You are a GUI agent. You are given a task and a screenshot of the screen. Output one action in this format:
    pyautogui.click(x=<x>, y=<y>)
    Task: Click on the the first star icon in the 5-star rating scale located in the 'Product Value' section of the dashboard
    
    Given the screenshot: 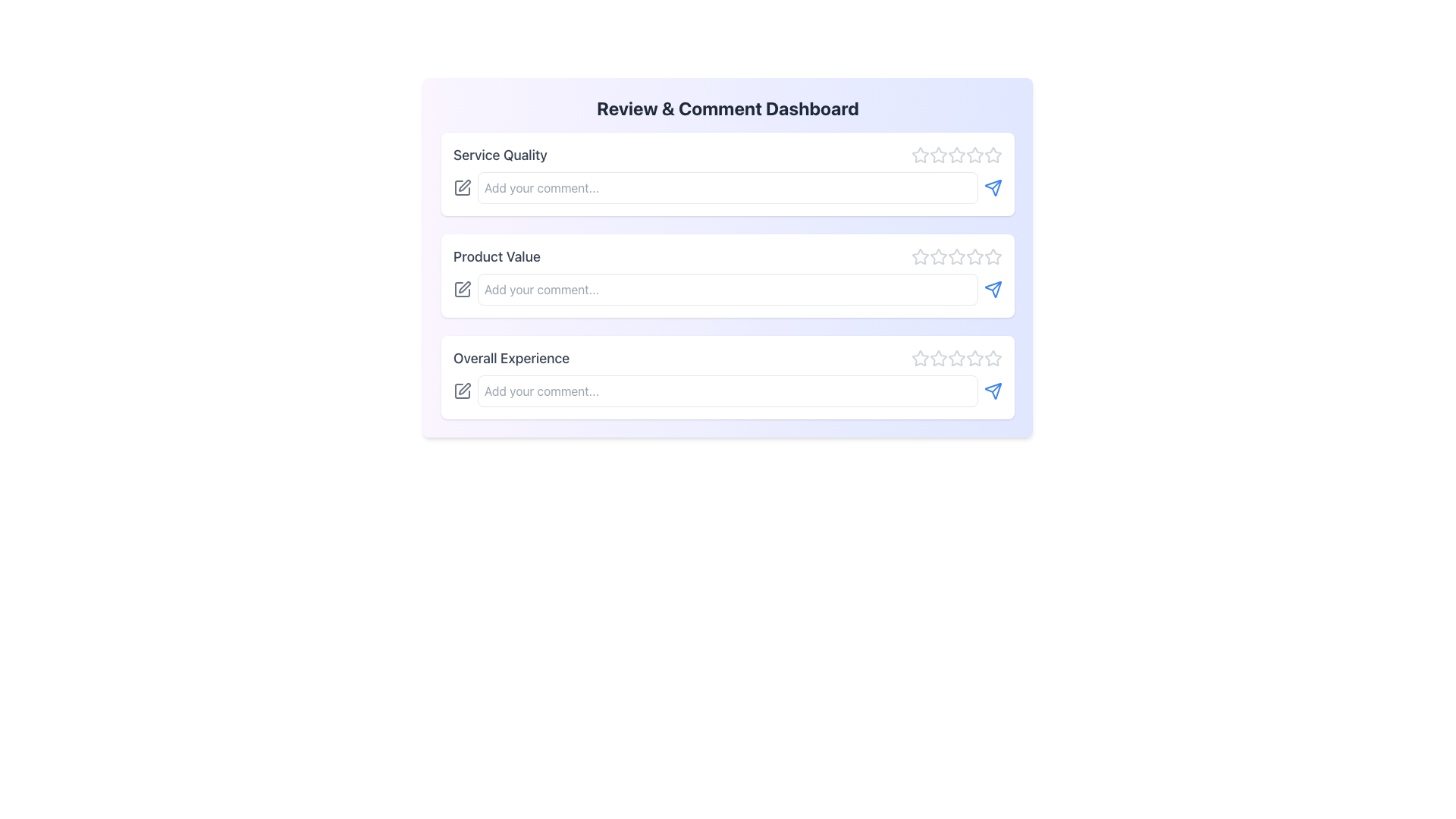 What is the action you would take?
    pyautogui.click(x=919, y=256)
    